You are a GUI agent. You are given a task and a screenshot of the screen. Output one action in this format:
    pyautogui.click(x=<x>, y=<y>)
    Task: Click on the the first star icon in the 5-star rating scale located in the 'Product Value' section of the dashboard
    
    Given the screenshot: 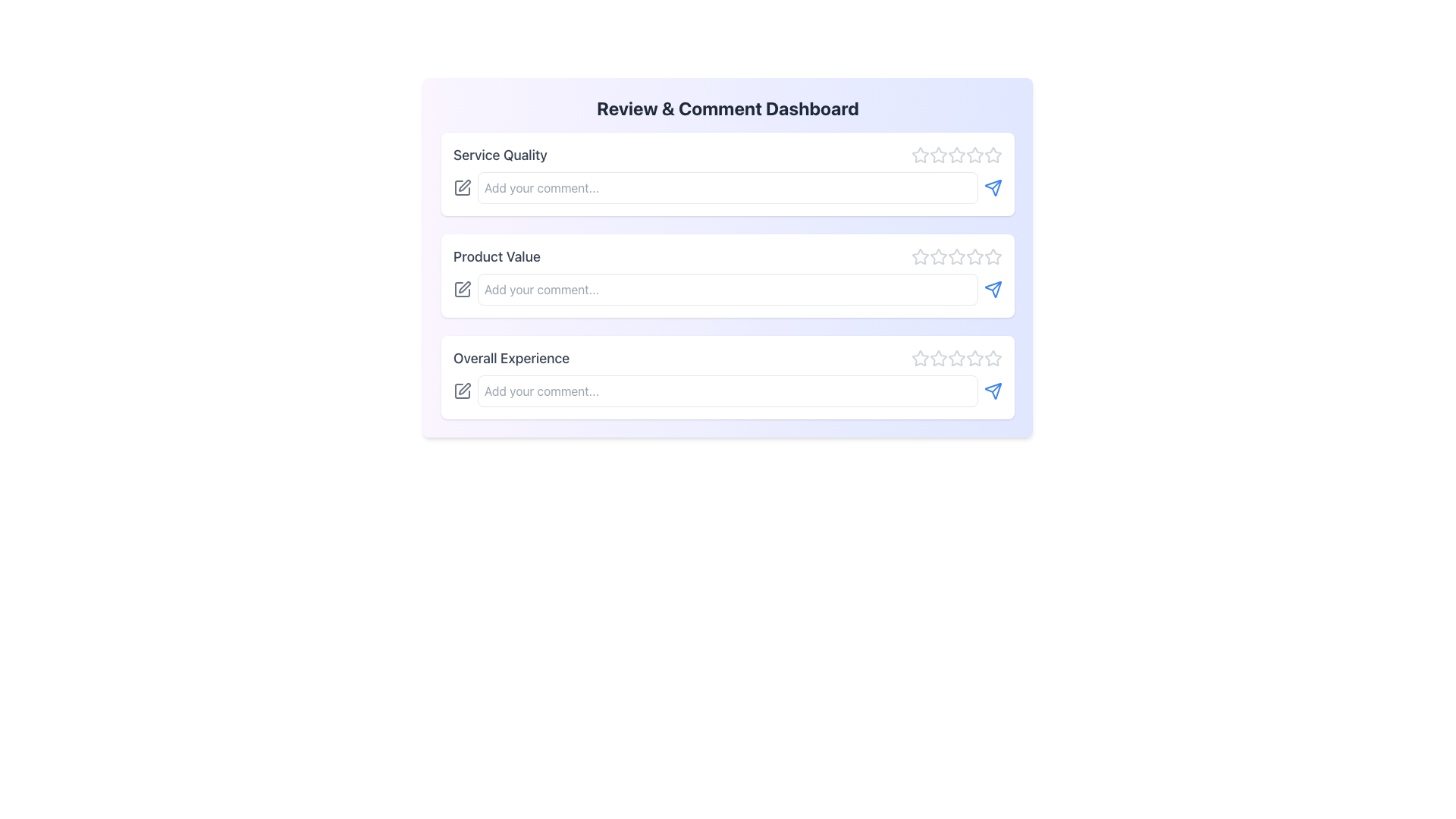 What is the action you would take?
    pyautogui.click(x=919, y=256)
    